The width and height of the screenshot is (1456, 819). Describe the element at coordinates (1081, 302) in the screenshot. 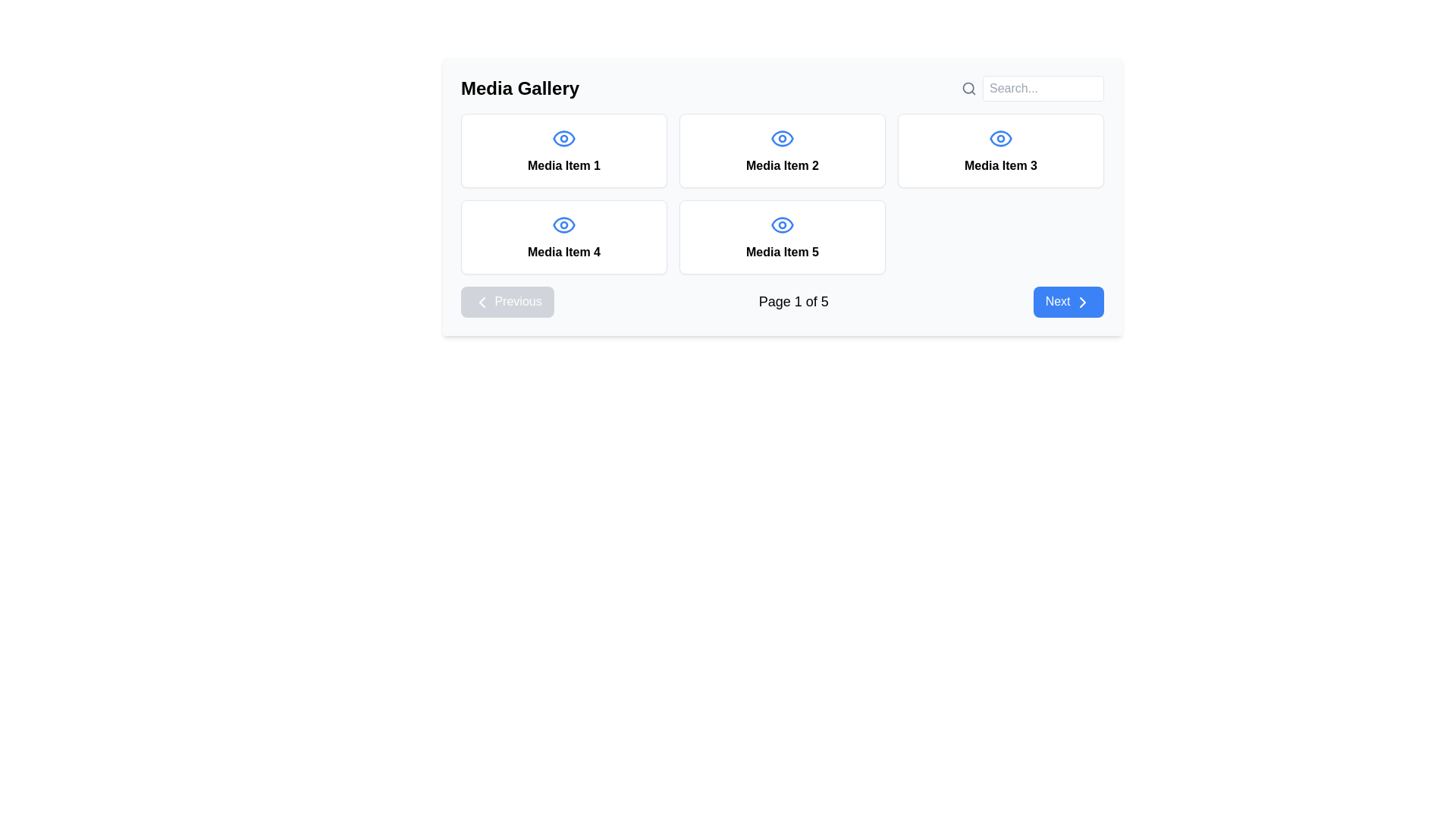

I see `the right-pointing chevron icon located in the 'Next' button at the bottom-right corner of the interface` at that location.